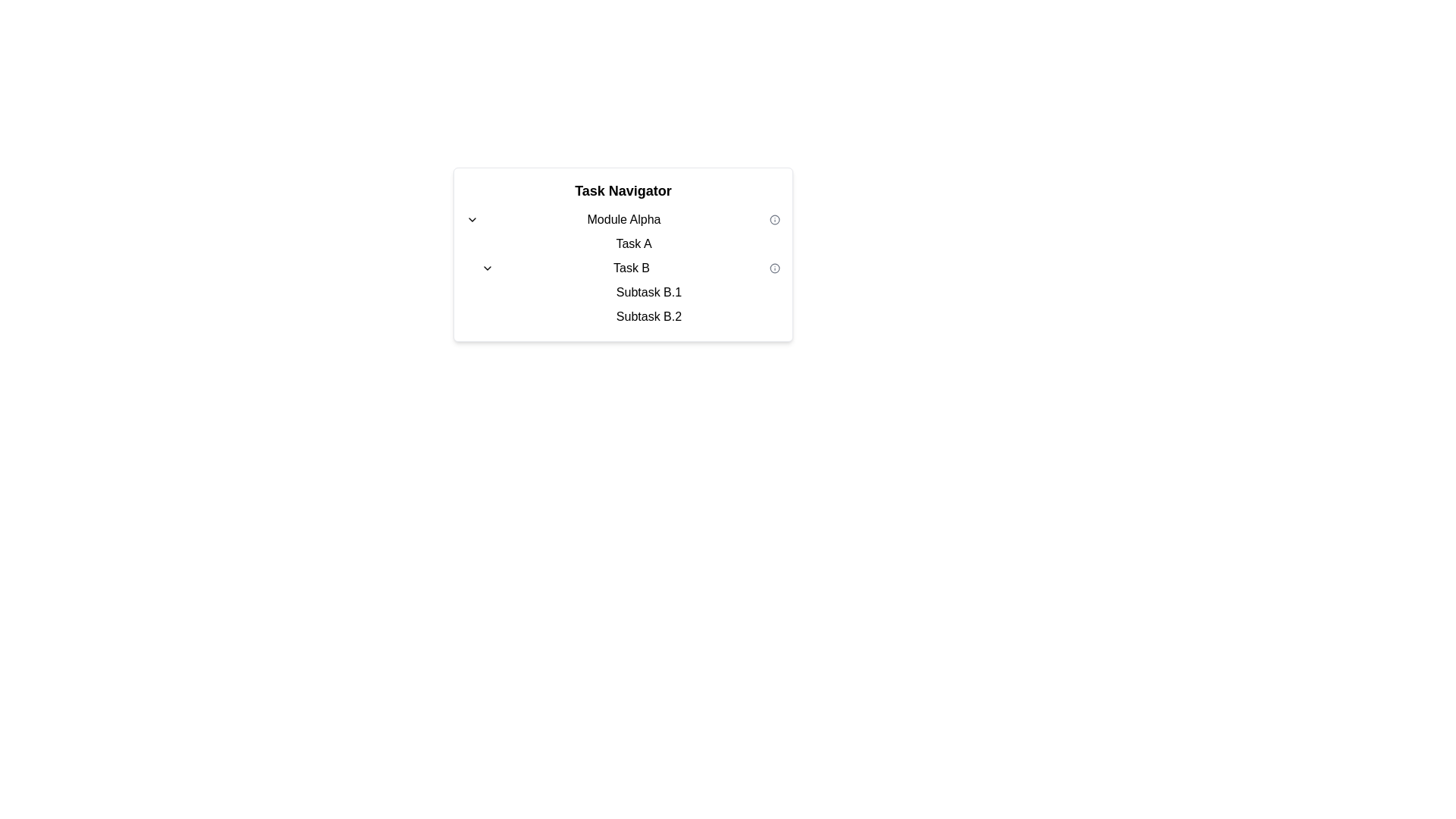  I want to click on the second collapsible list header located in the 'Task Navigator' section, which is positioned below 'Task A' and above 'Subtask B.1', so click(623, 268).